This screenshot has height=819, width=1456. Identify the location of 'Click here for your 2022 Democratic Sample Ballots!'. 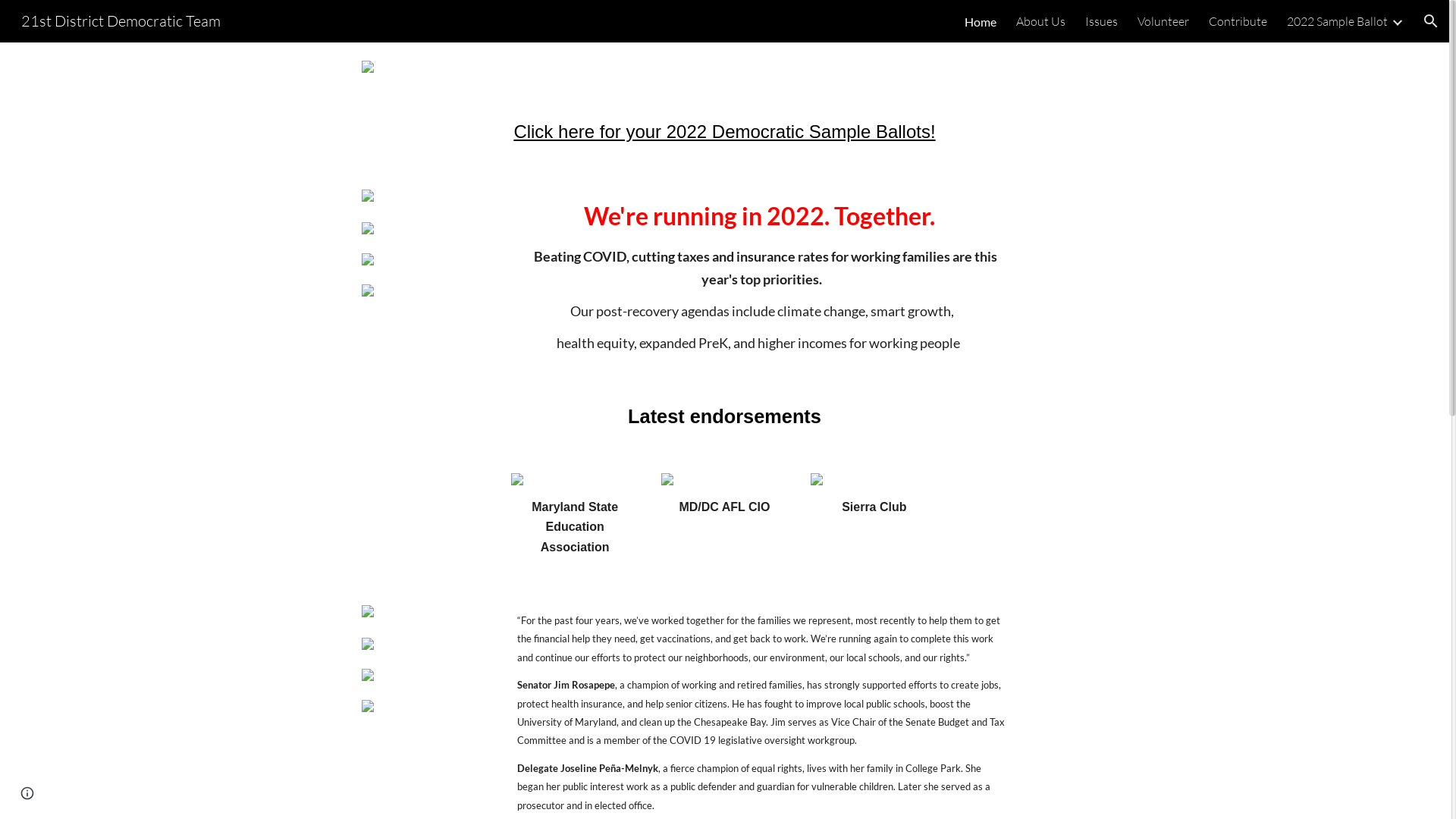
(723, 133).